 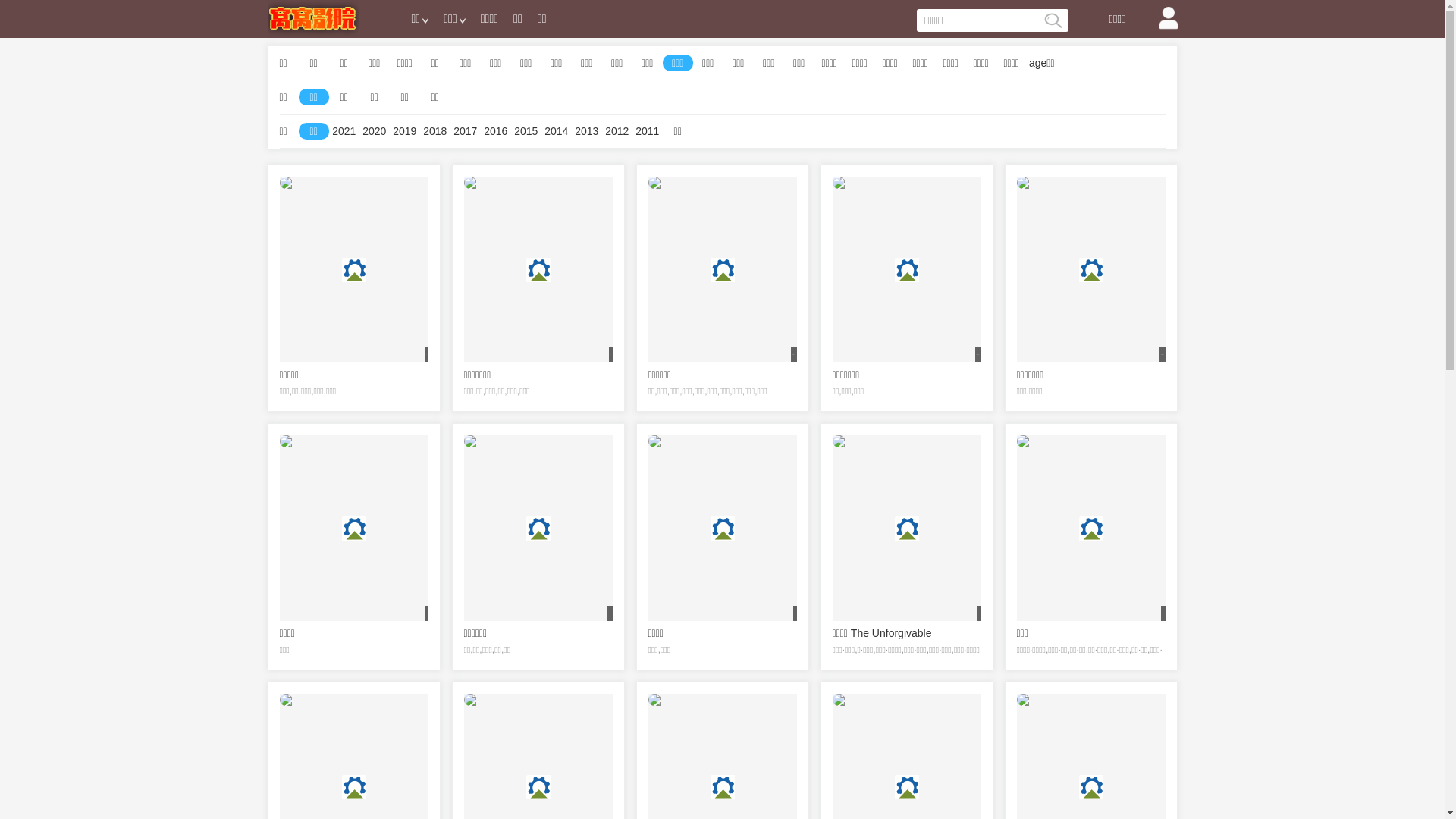 I want to click on '2014', so click(x=555, y=130).